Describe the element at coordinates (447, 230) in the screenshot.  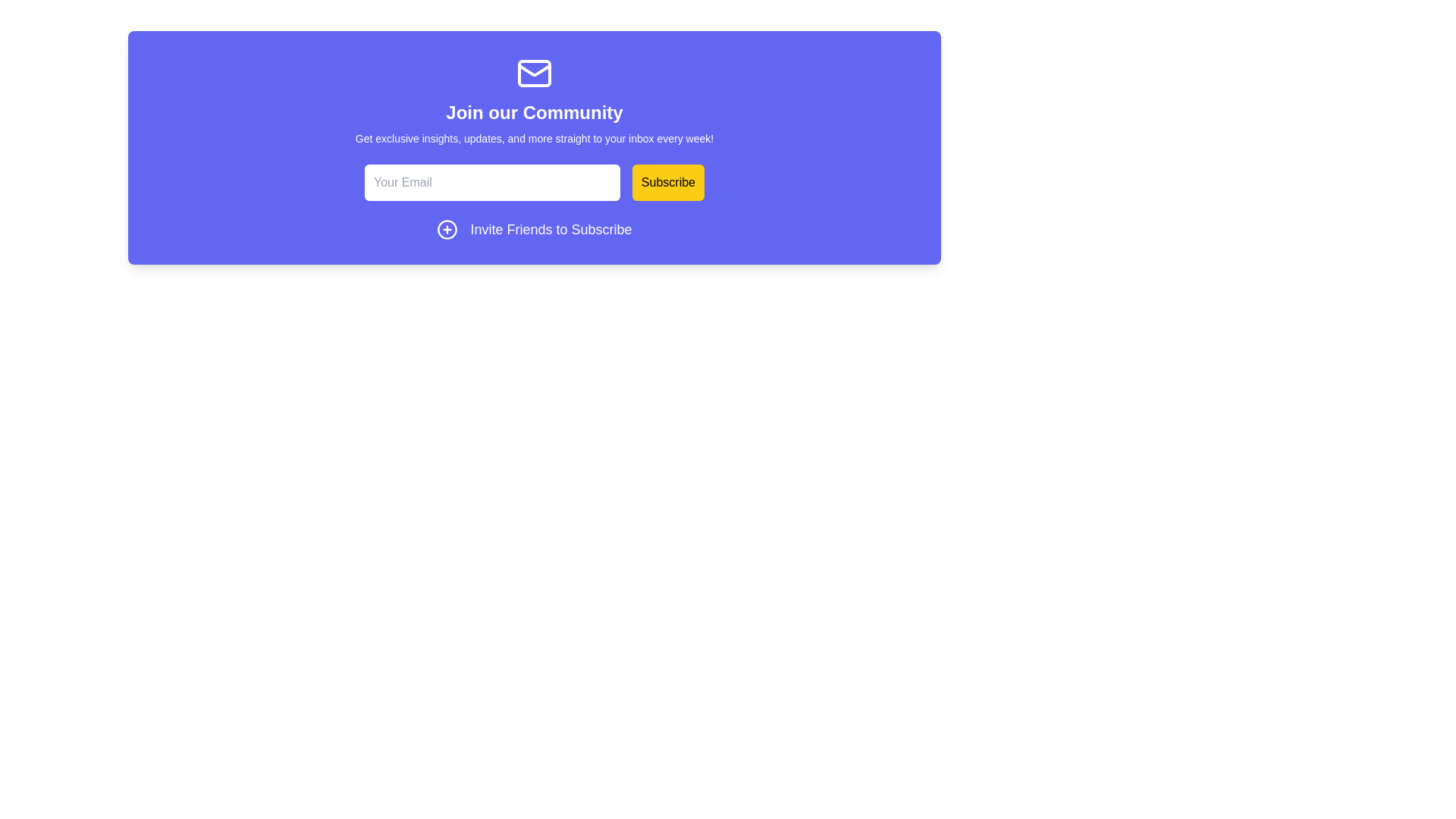
I see `the invitation button located to the left of the text 'Invite Friends to Subscribe' to initiate the invitation process` at that location.